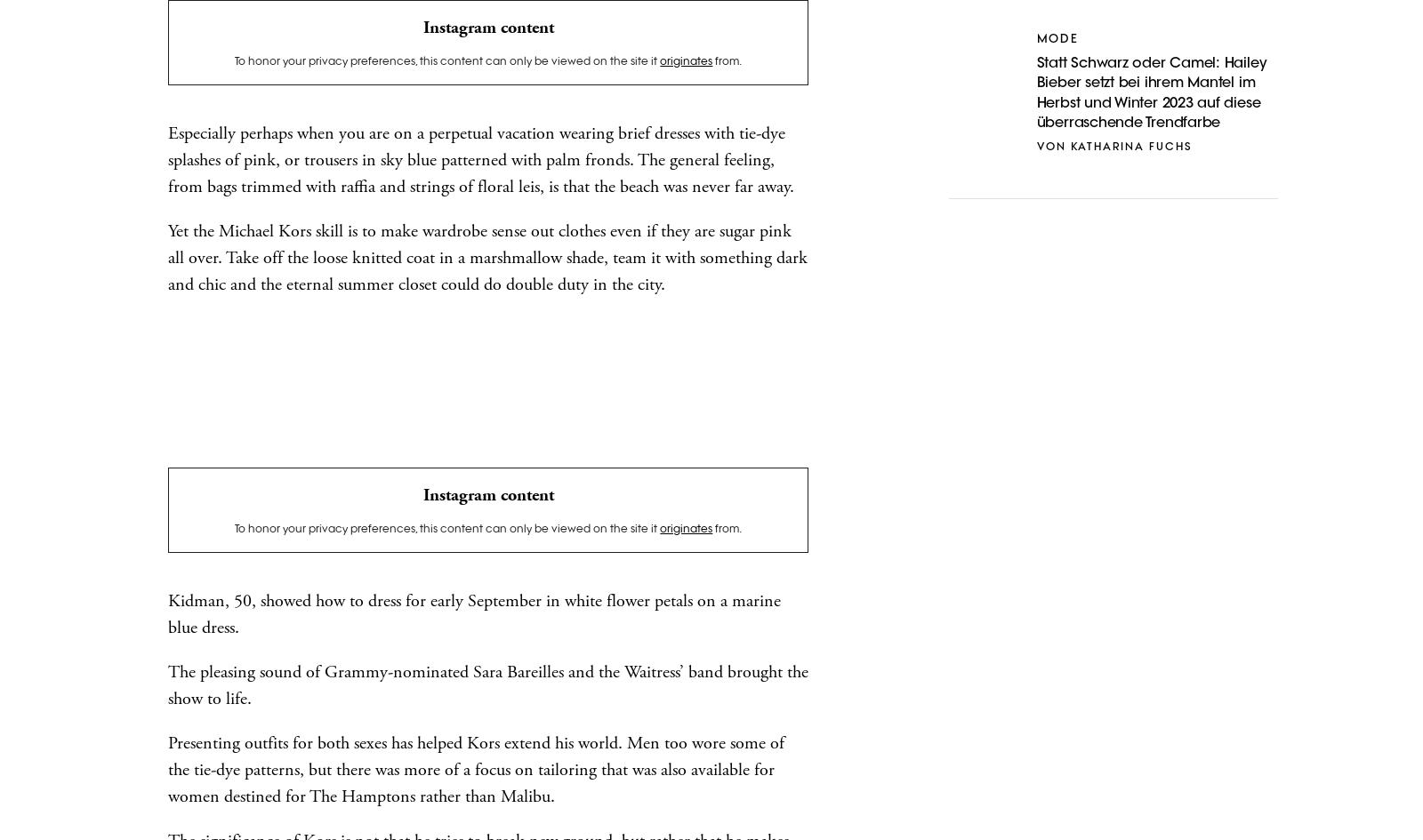 The height and width of the screenshot is (840, 1423). I want to click on 'Yet the Michael Kors skill is to make wardrobe sense out clothes even if they are sugar pink all over. Take off the loose knitted coat in a marshmallow shade, team it with something dark and chic and the eternal summer closet could do double duty in the city.', so click(486, 258).